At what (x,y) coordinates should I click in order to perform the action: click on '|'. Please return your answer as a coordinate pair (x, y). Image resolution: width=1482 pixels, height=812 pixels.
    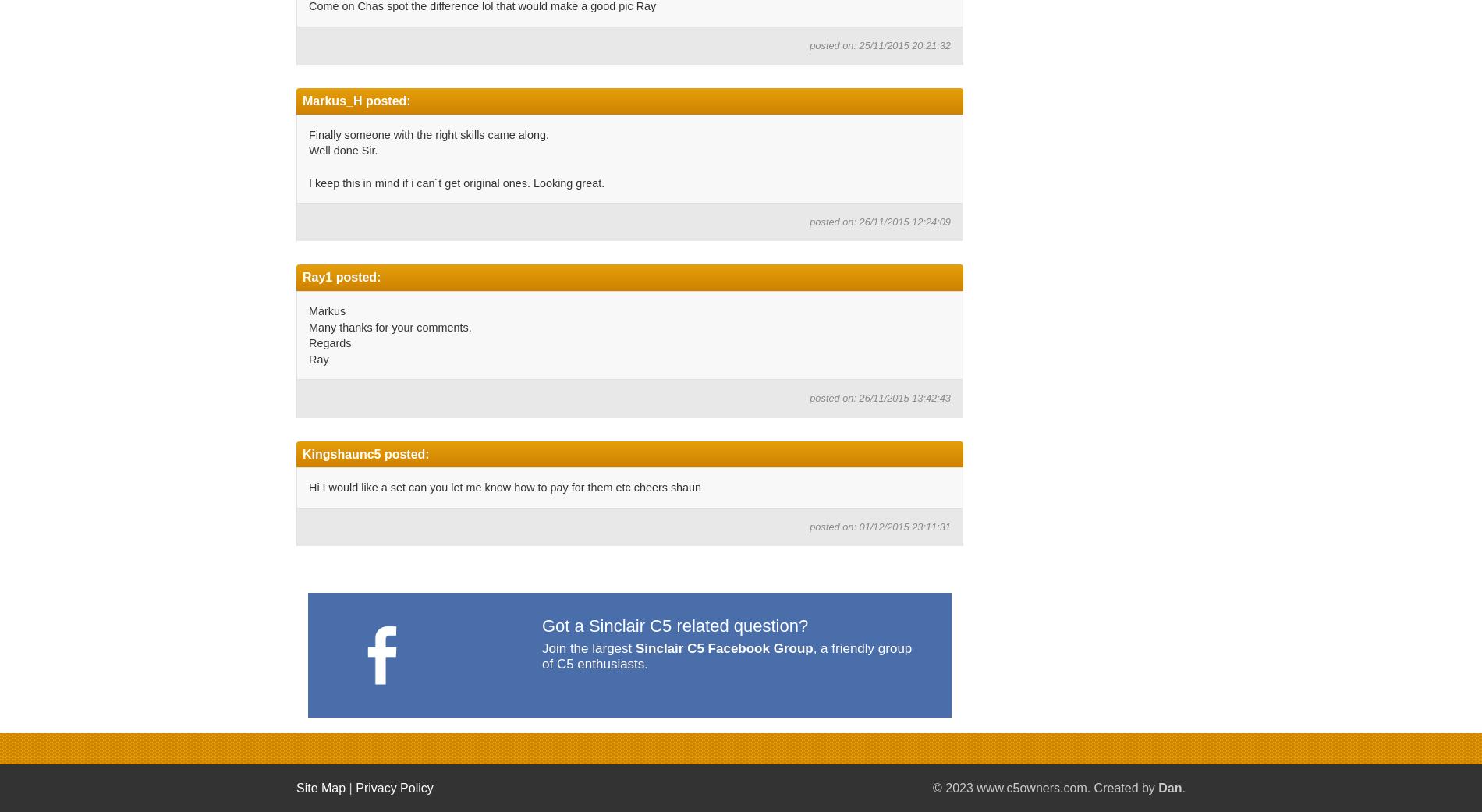
    Looking at the image, I should click on (349, 788).